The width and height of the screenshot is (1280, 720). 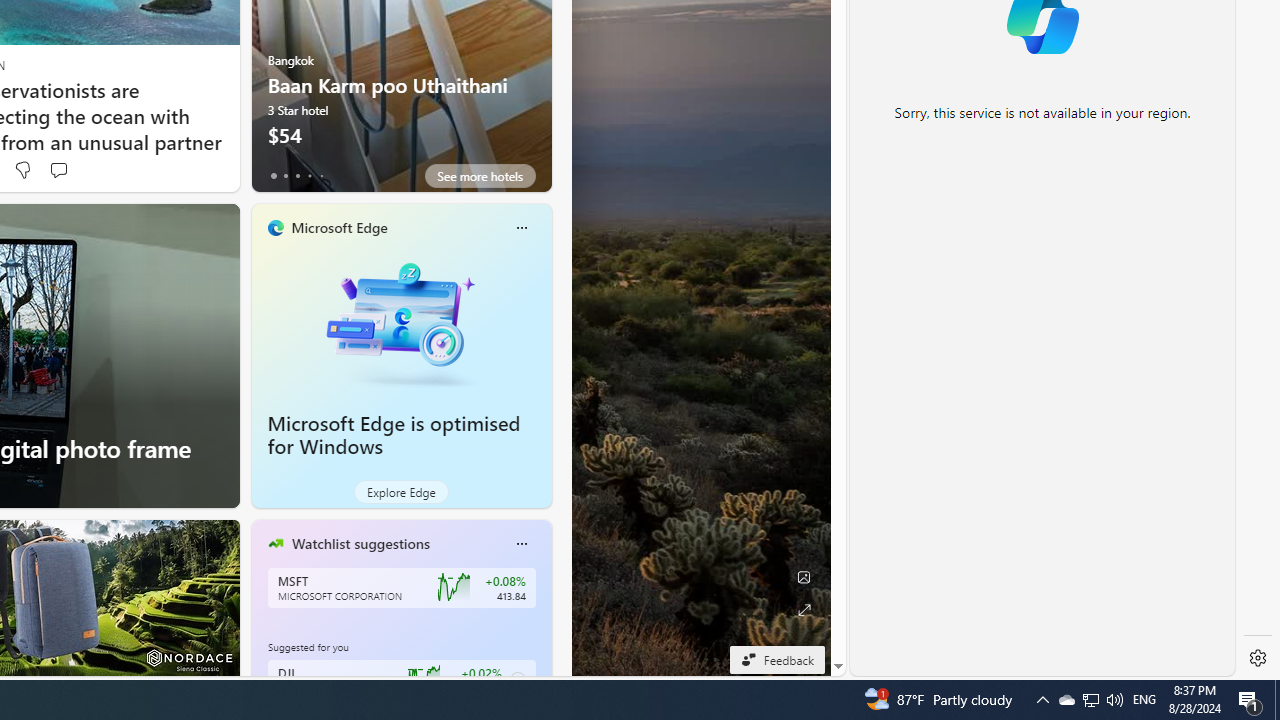 I want to click on 'Feedback', so click(x=776, y=659).